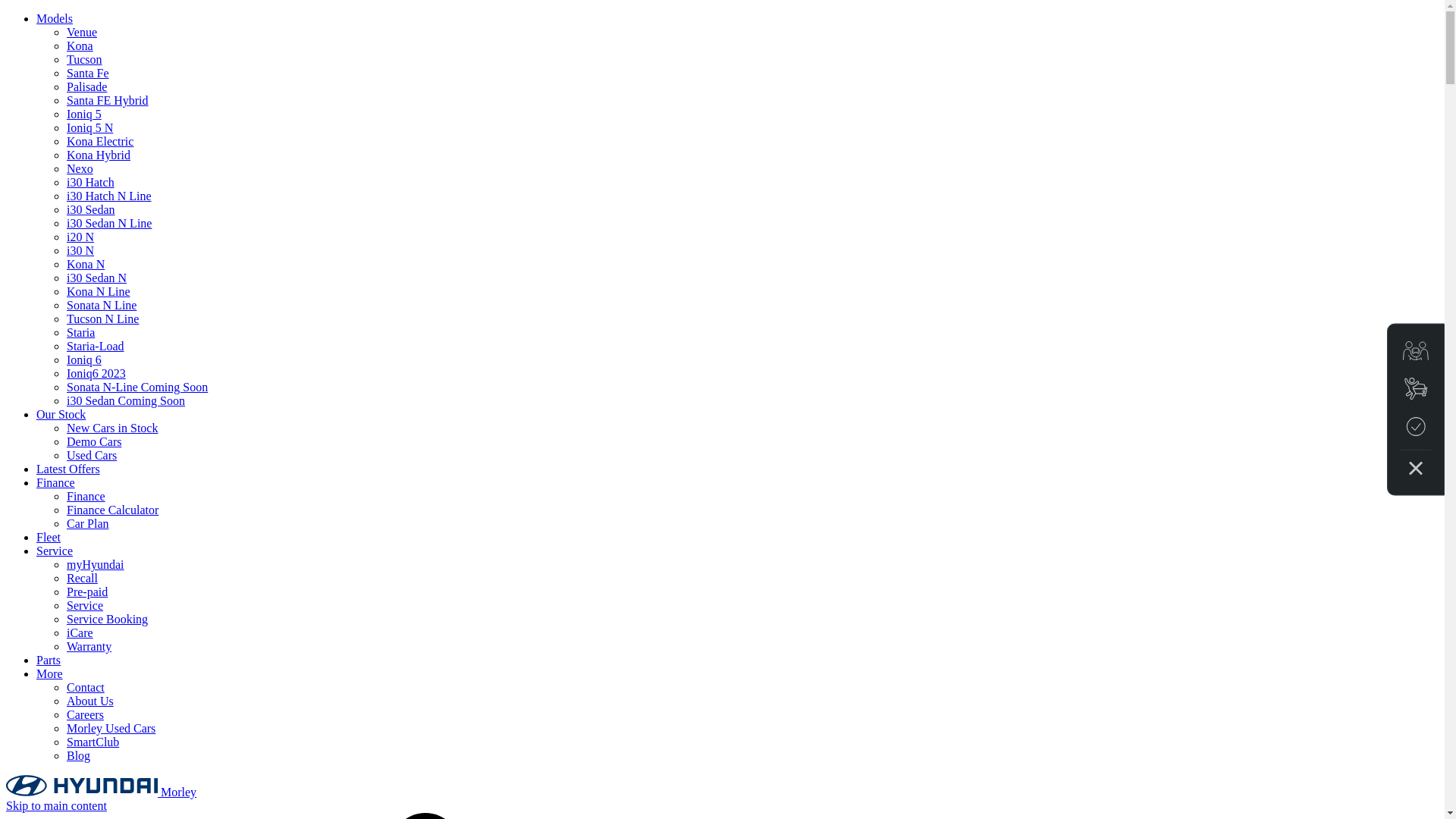  I want to click on 'Ioniq 6', so click(83, 359).